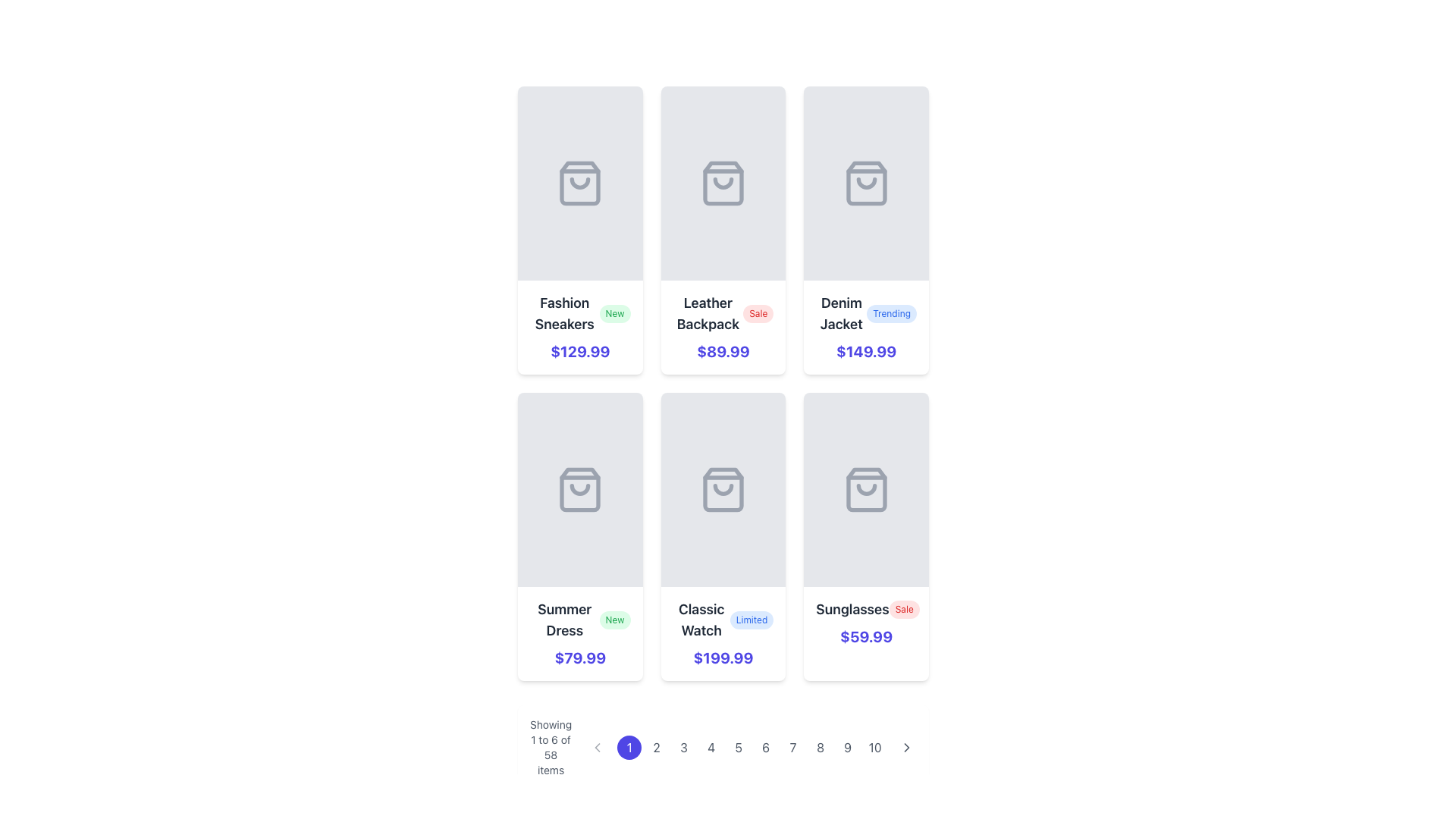 This screenshot has width=1456, height=819. What do you see at coordinates (752, 620) in the screenshot?
I see `text of the rounded label with a light blue background and blue text that says 'Limited', located to the right of 'Classic Watch' in the grid layout` at bounding box center [752, 620].